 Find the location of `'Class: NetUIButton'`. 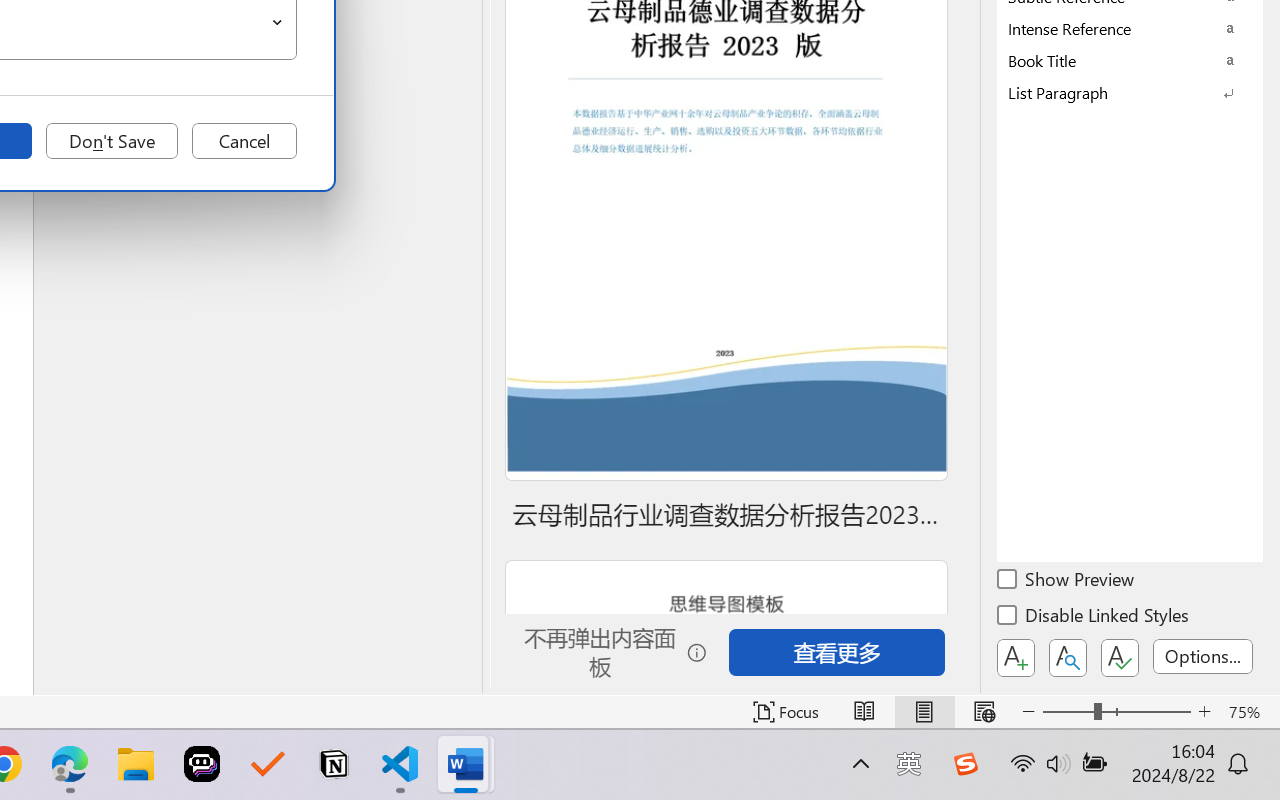

'Class: NetUIButton' is located at coordinates (1120, 657).